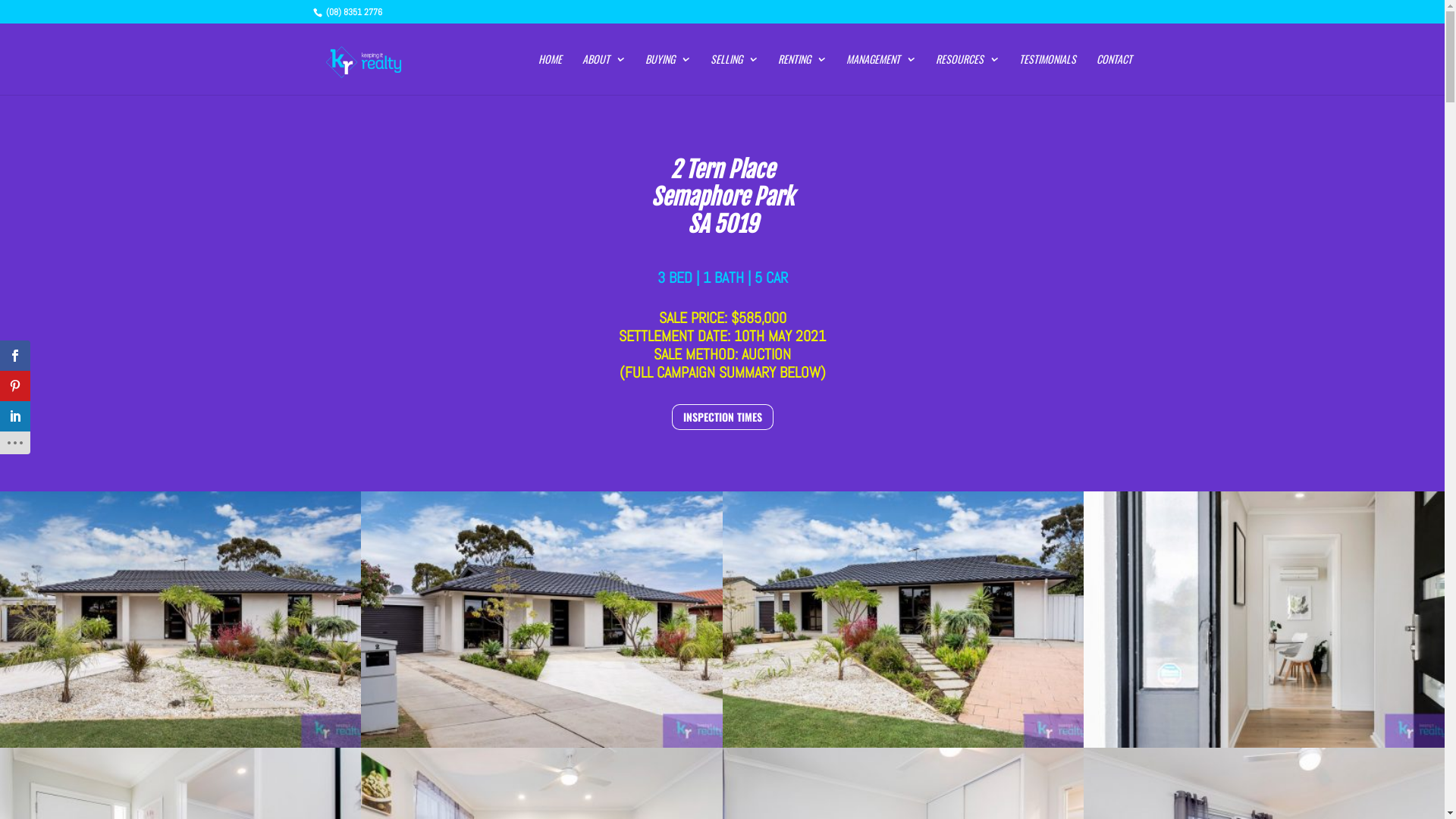  I want to click on 'MANAGEMENT', so click(880, 74).